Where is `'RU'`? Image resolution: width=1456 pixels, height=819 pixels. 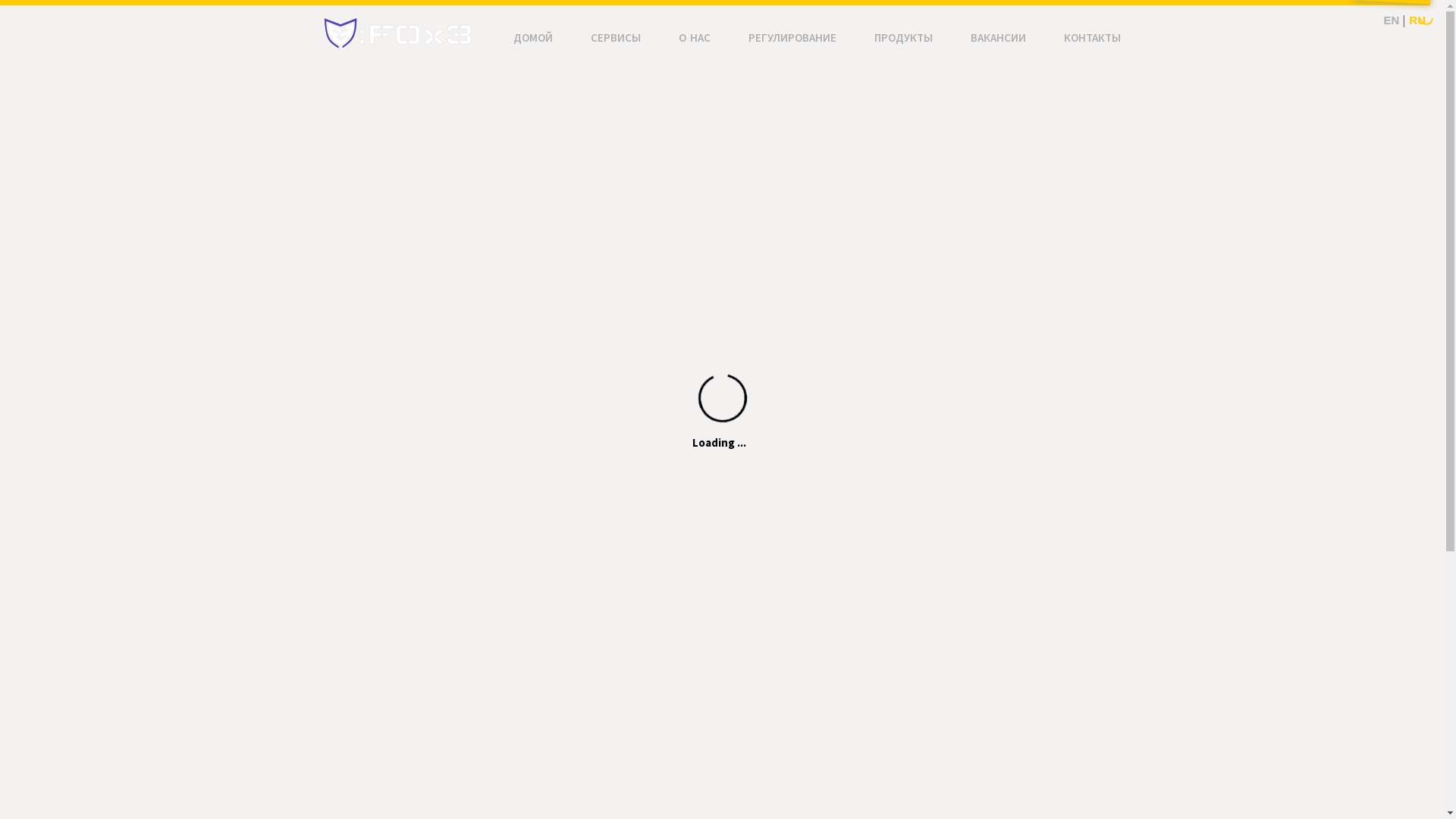 'RU' is located at coordinates (1407, 20).